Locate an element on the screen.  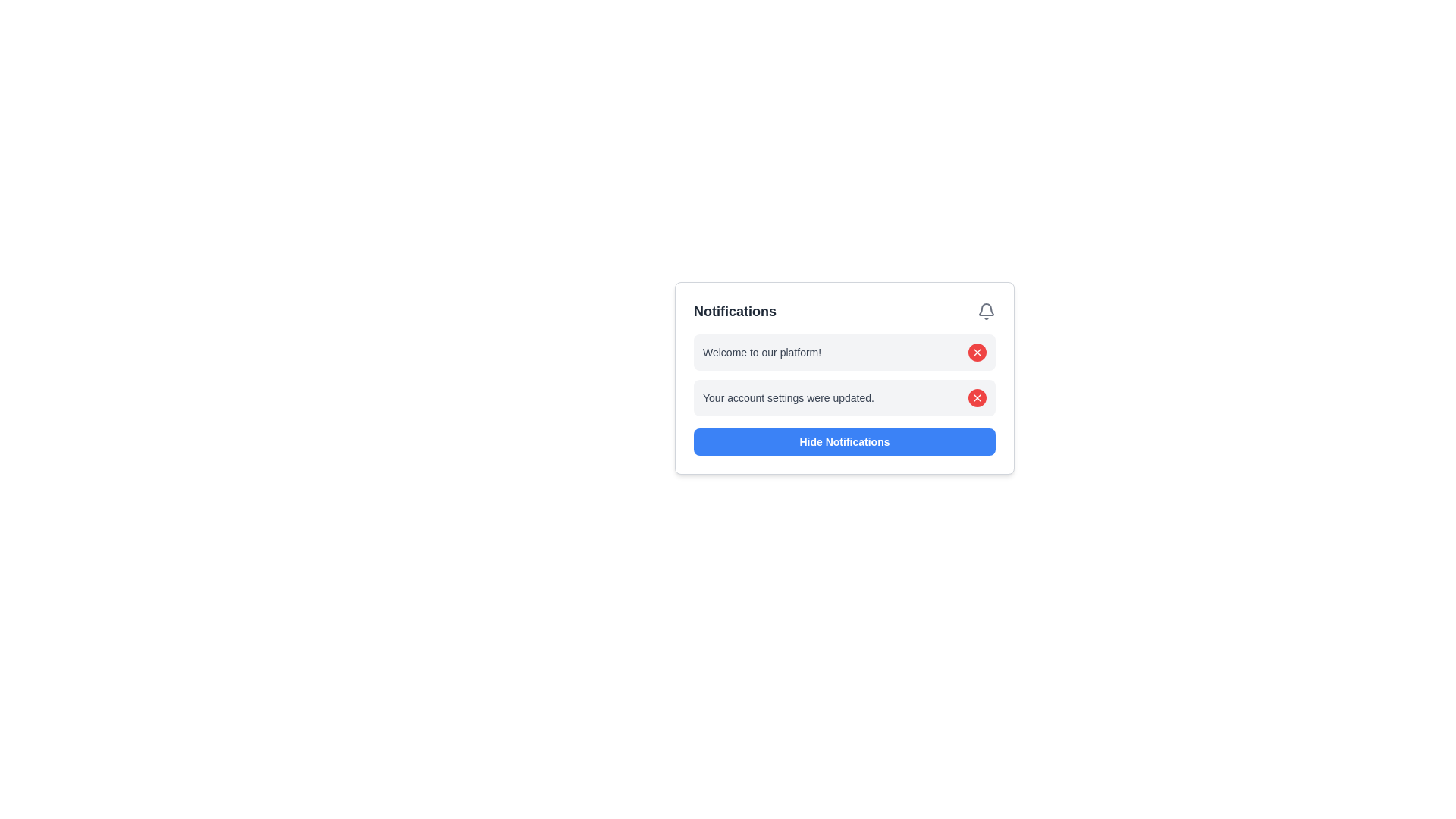
the dismiss button of the notification box that shows the message 'Your account settings were updated.' is located at coordinates (843, 397).